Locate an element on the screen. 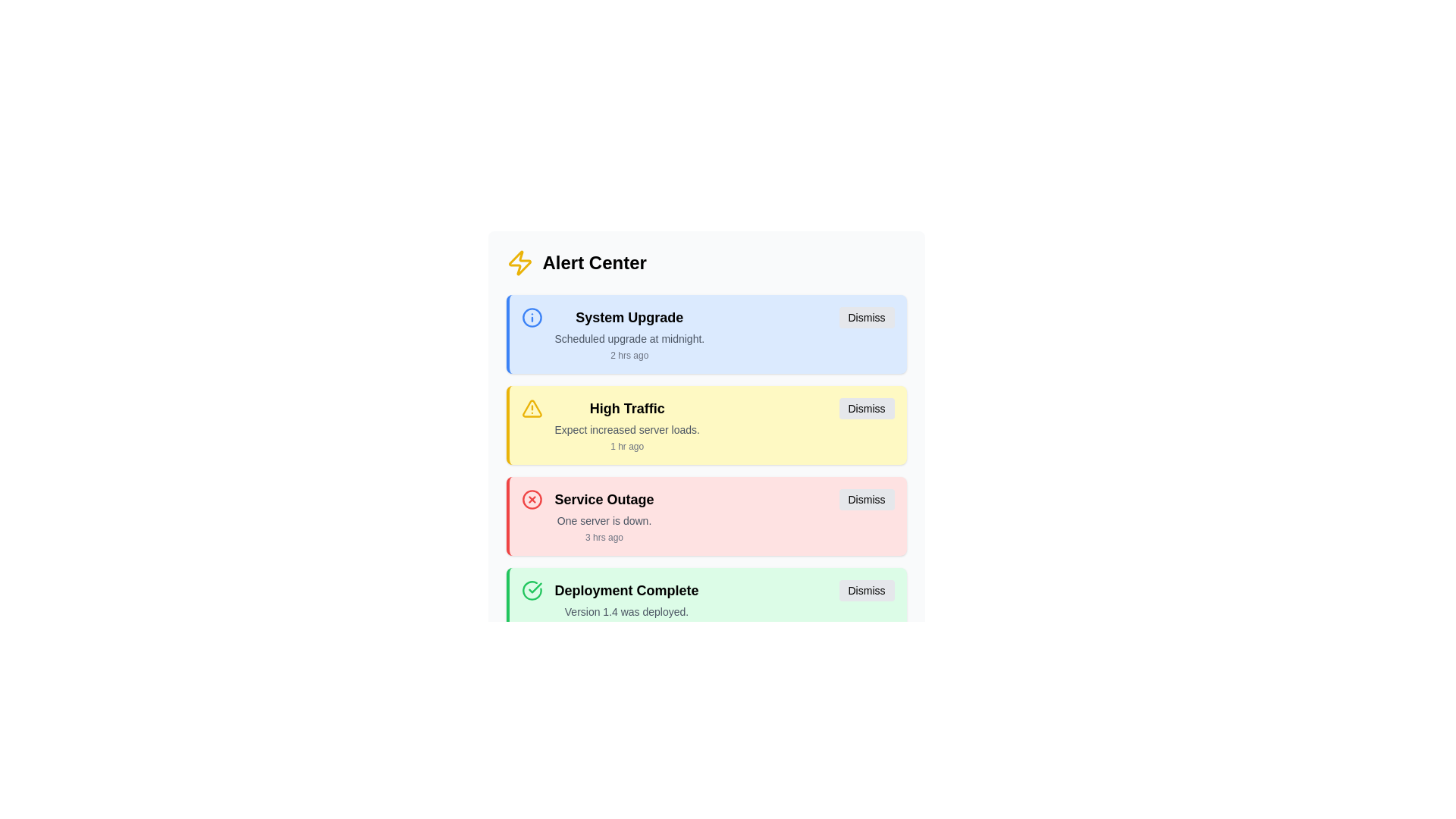 The height and width of the screenshot is (819, 1456). bold, black text labeled 'Service Outage' which is the primary heading at the top of a card with a soft red background is located at coordinates (603, 500).